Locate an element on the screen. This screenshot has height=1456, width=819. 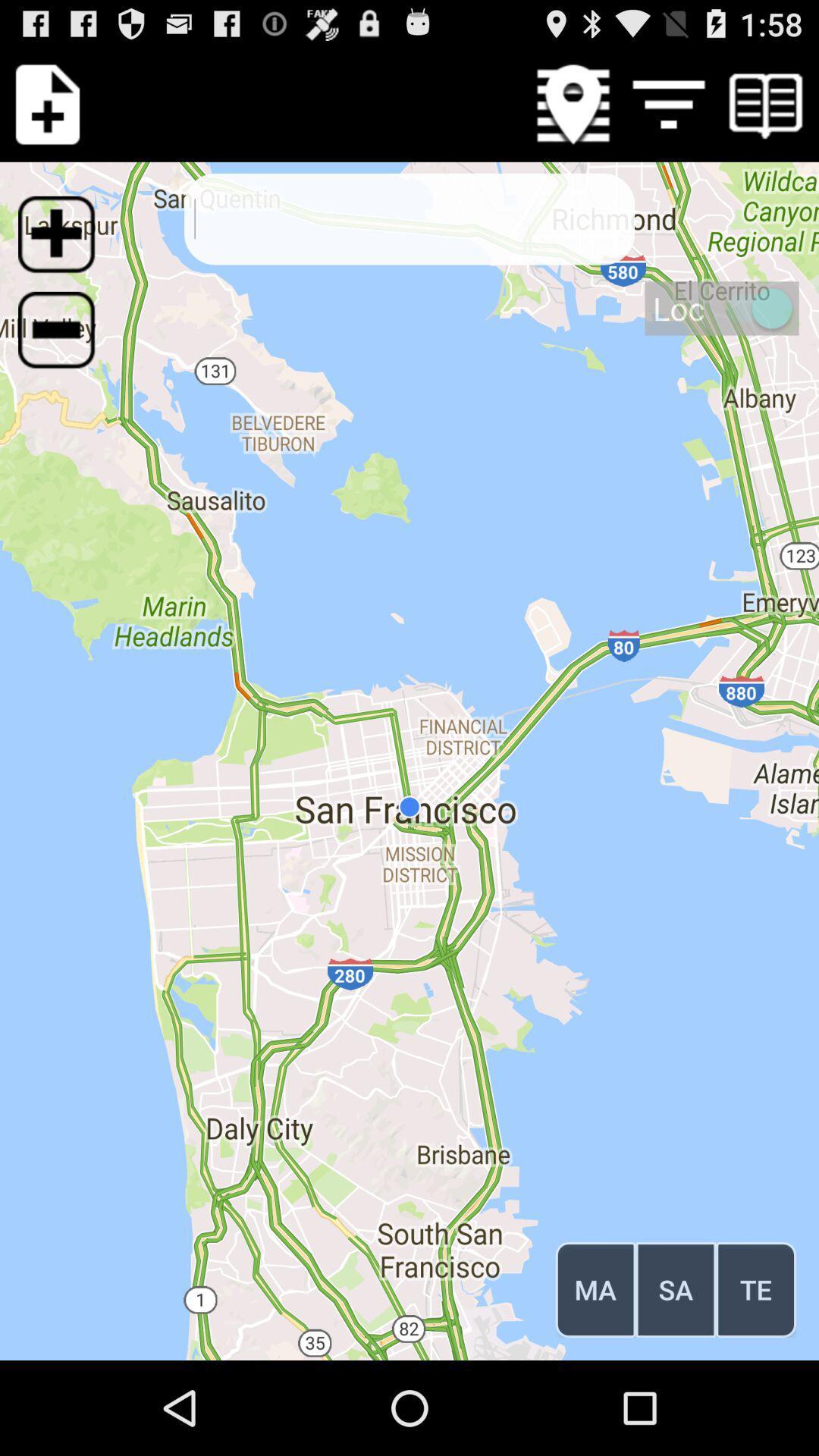
the te item is located at coordinates (756, 1288).